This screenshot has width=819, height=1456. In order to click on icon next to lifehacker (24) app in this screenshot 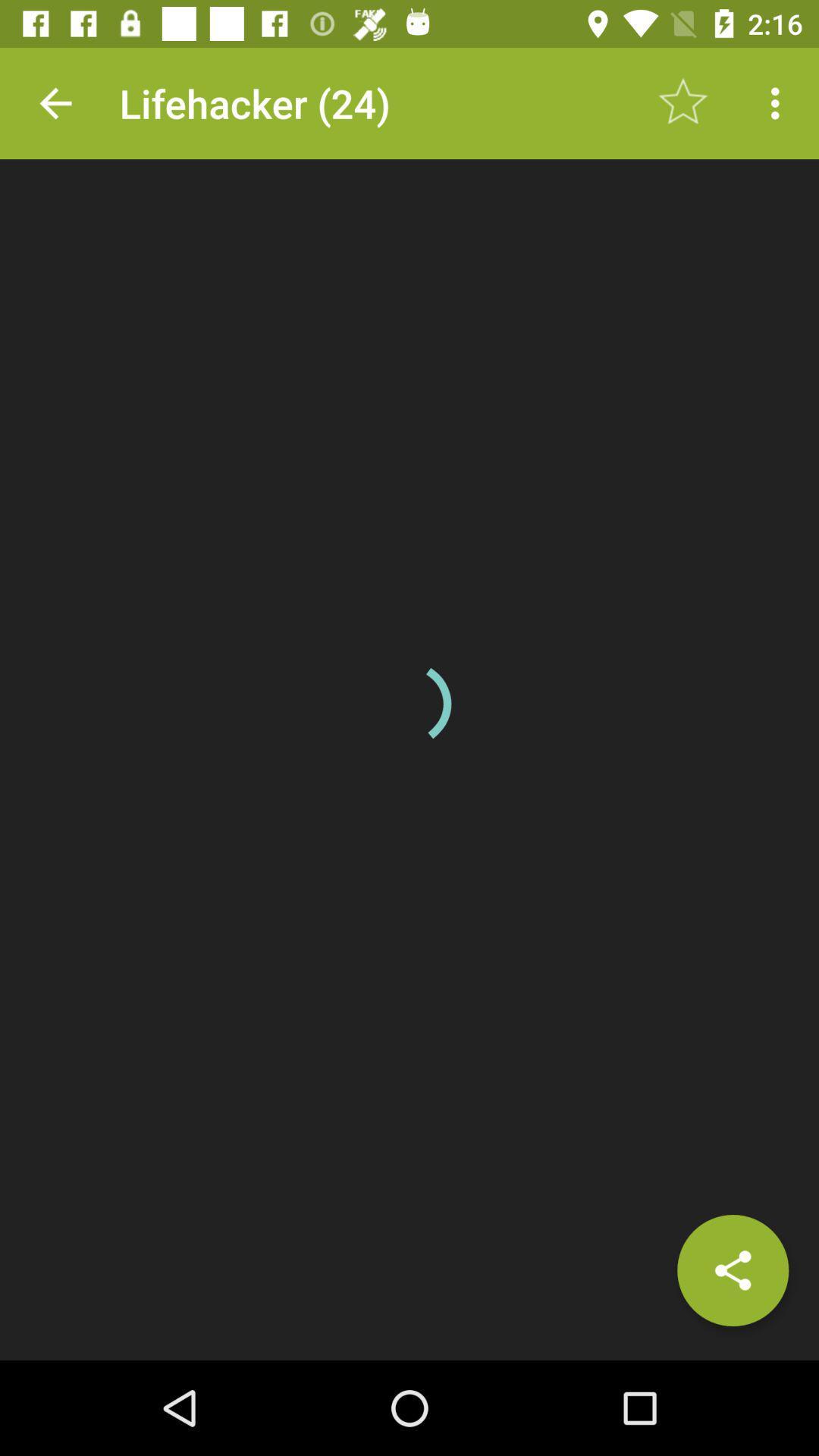, I will do `click(55, 102)`.